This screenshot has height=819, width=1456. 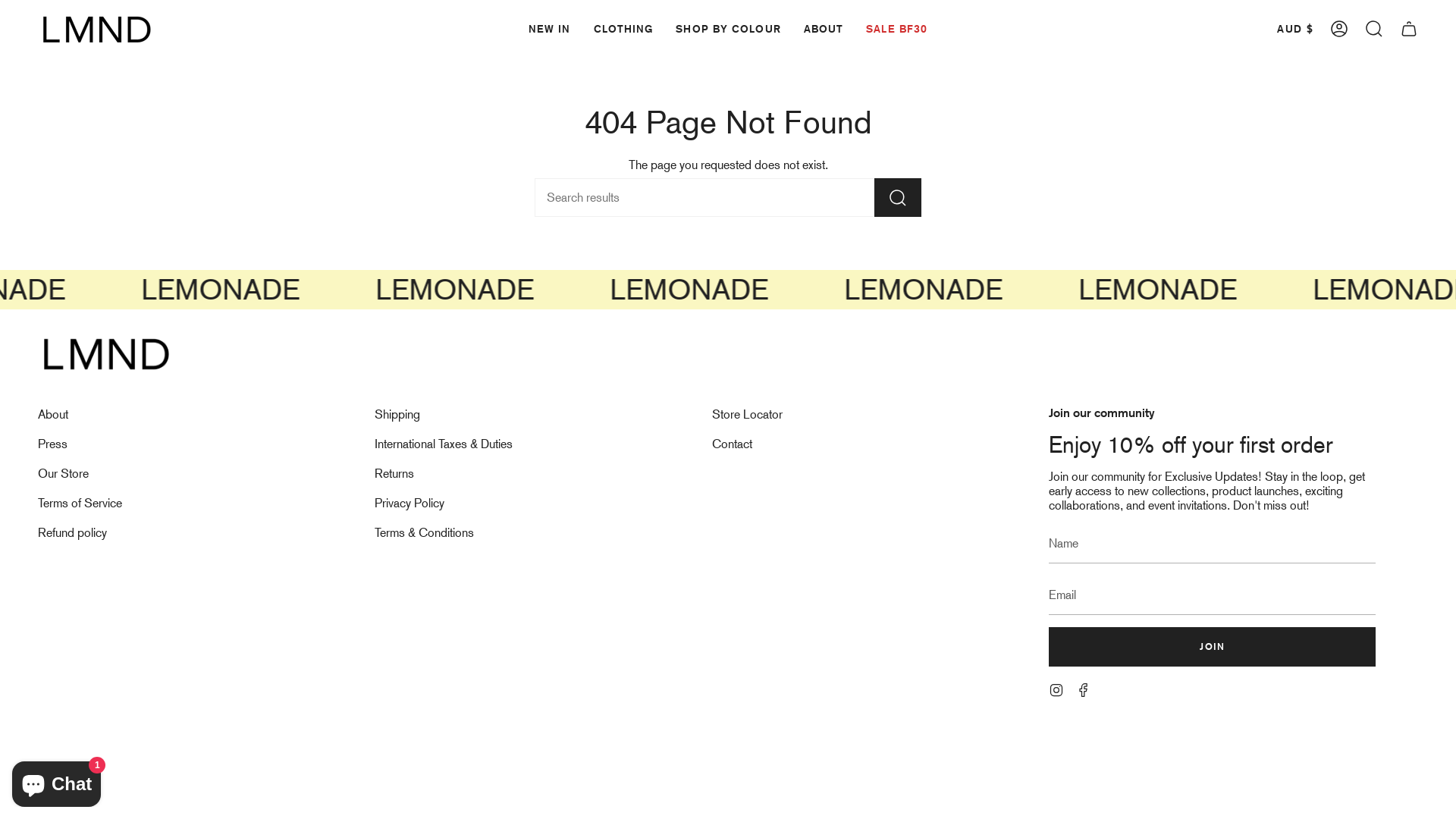 What do you see at coordinates (623, 29) in the screenshot?
I see `'CLOTHING'` at bounding box center [623, 29].